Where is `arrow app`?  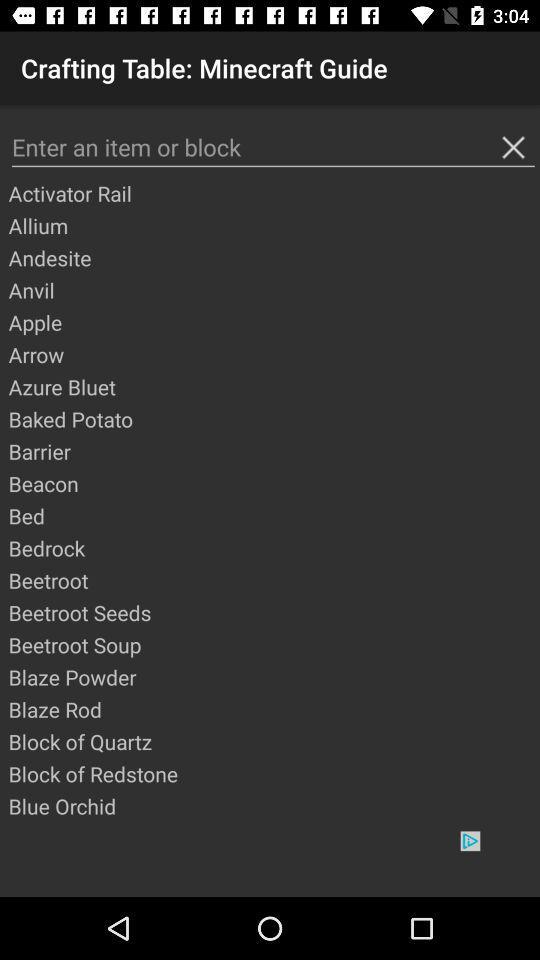
arrow app is located at coordinates (272, 354).